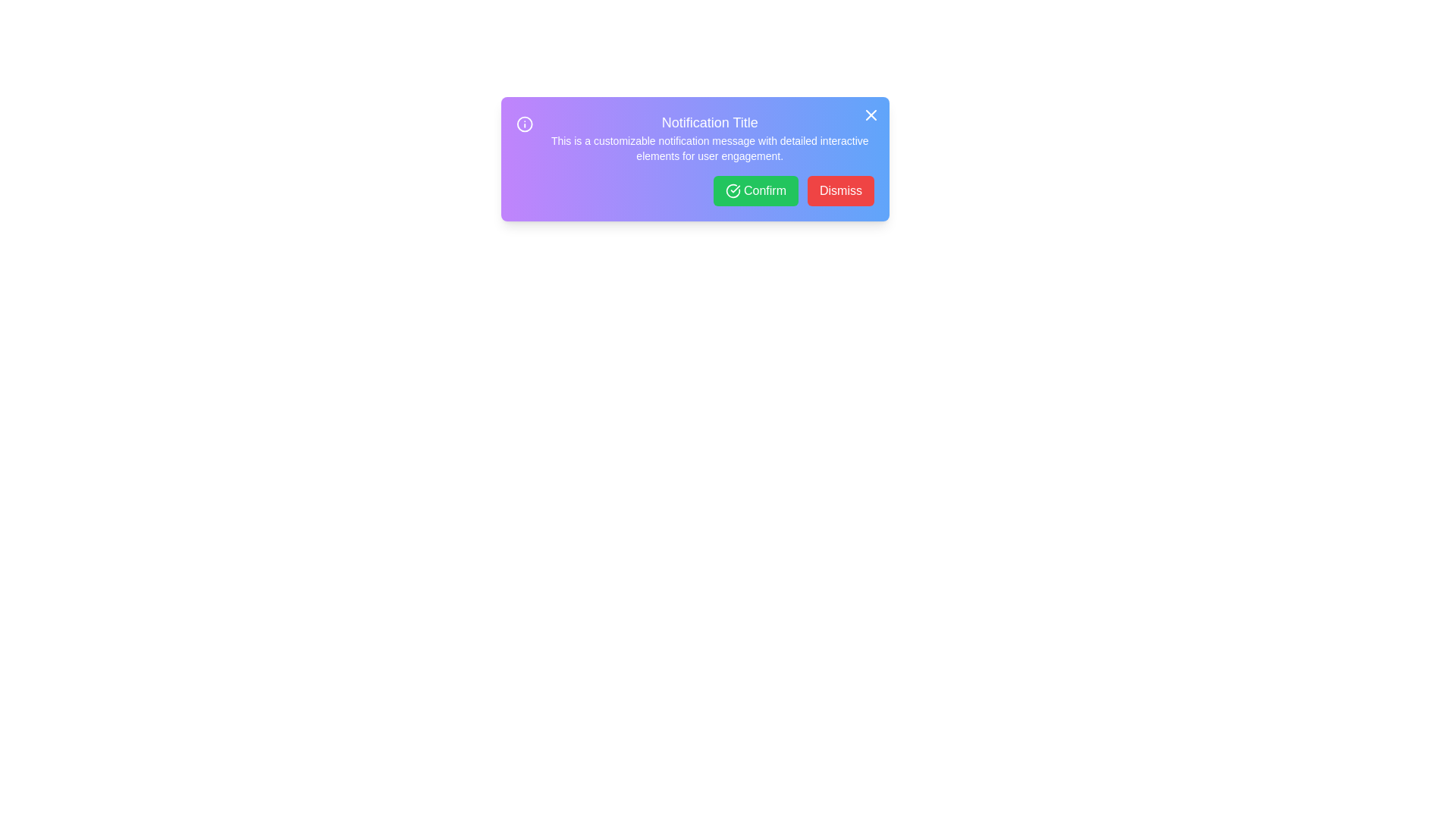  Describe the element at coordinates (839, 190) in the screenshot. I see `the 'Dismiss' button to dismiss the notification` at that location.